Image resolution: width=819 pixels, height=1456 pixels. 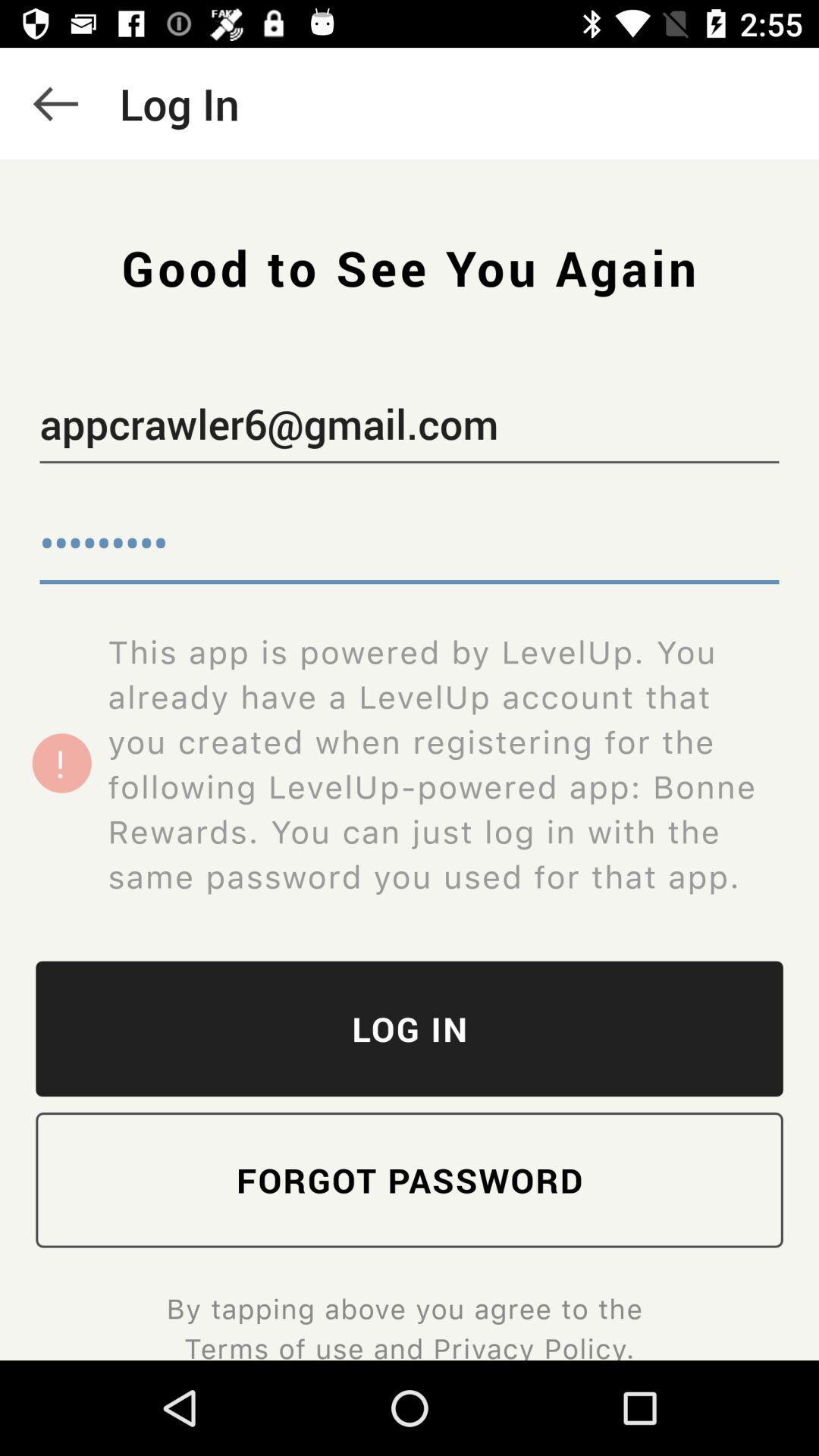 What do you see at coordinates (409, 426) in the screenshot?
I see `the appcrawler6@gmail.com` at bounding box center [409, 426].